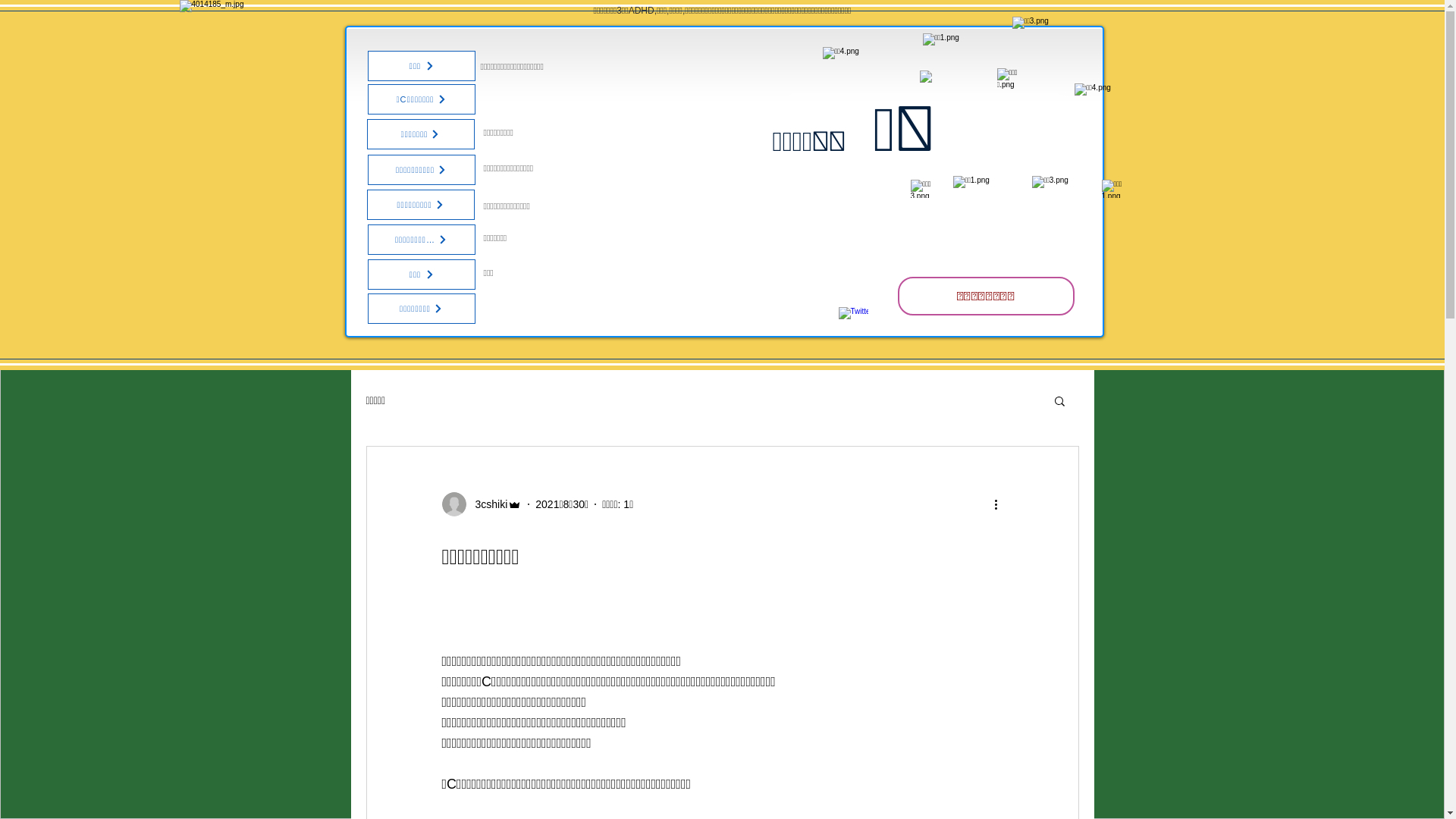  I want to click on '3cshiki', so click(480, 504).